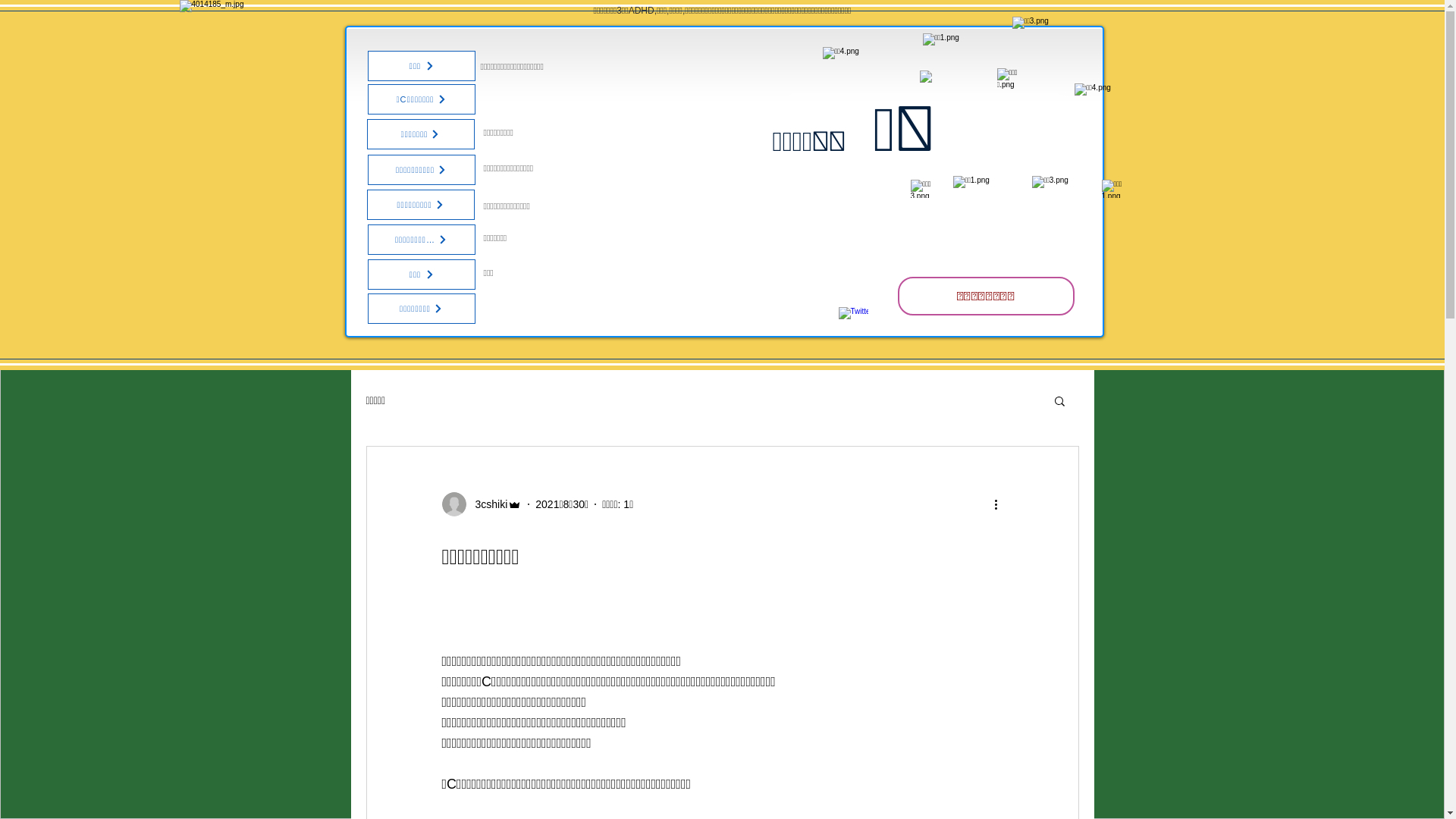  I want to click on '3cshiki', so click(480, 504).